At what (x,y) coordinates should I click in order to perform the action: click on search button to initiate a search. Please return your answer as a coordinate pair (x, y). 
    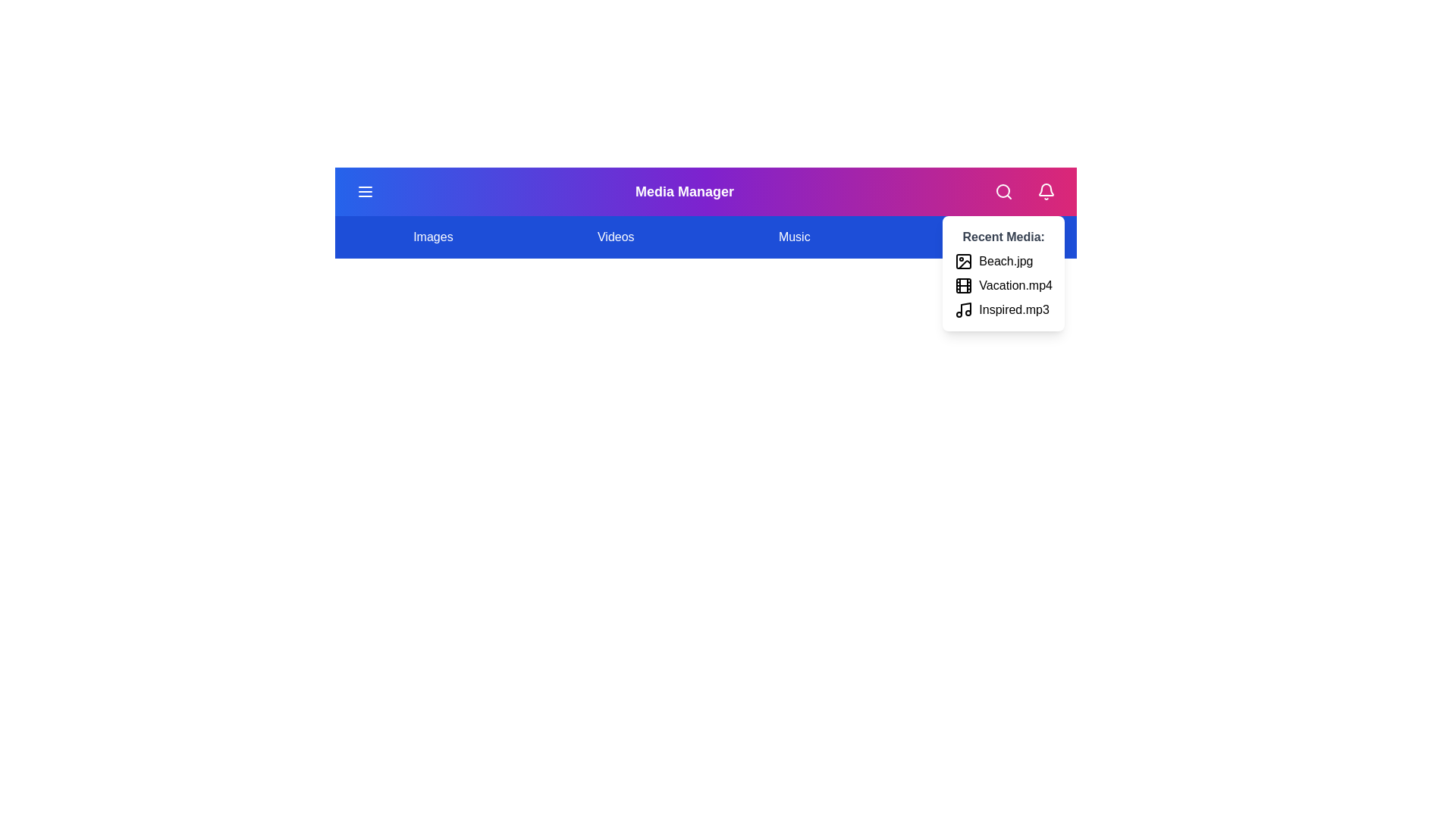
    Looking at the image, I should click on (1003, 191).